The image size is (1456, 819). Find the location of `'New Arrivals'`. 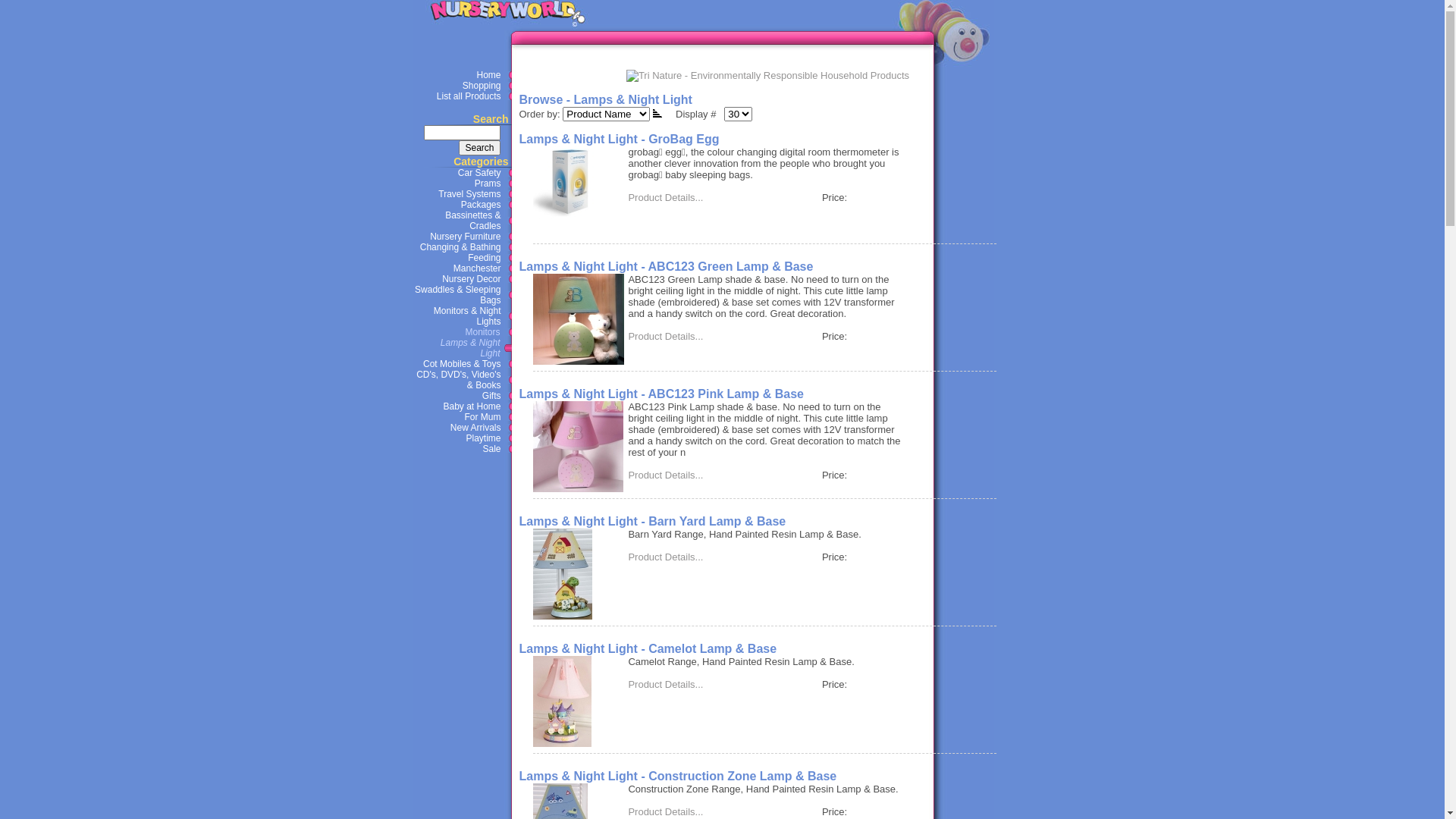

'New Arrivals' is located at coordinates (461, 427).